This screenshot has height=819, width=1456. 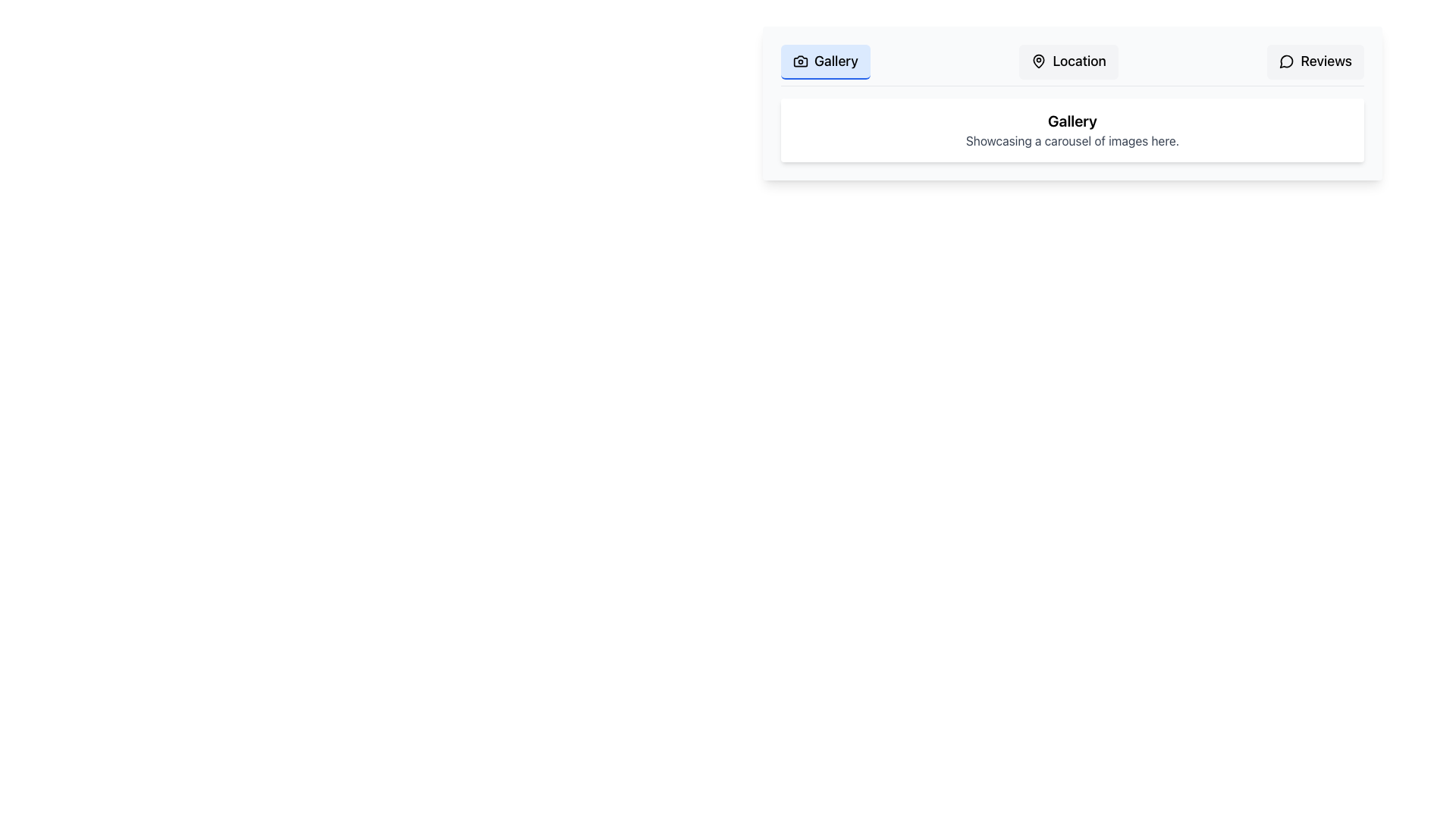 I want to click on the main structure of the camera icon located at the leftmost side of the 'Gallery' tab, so click(x=800, y=61).